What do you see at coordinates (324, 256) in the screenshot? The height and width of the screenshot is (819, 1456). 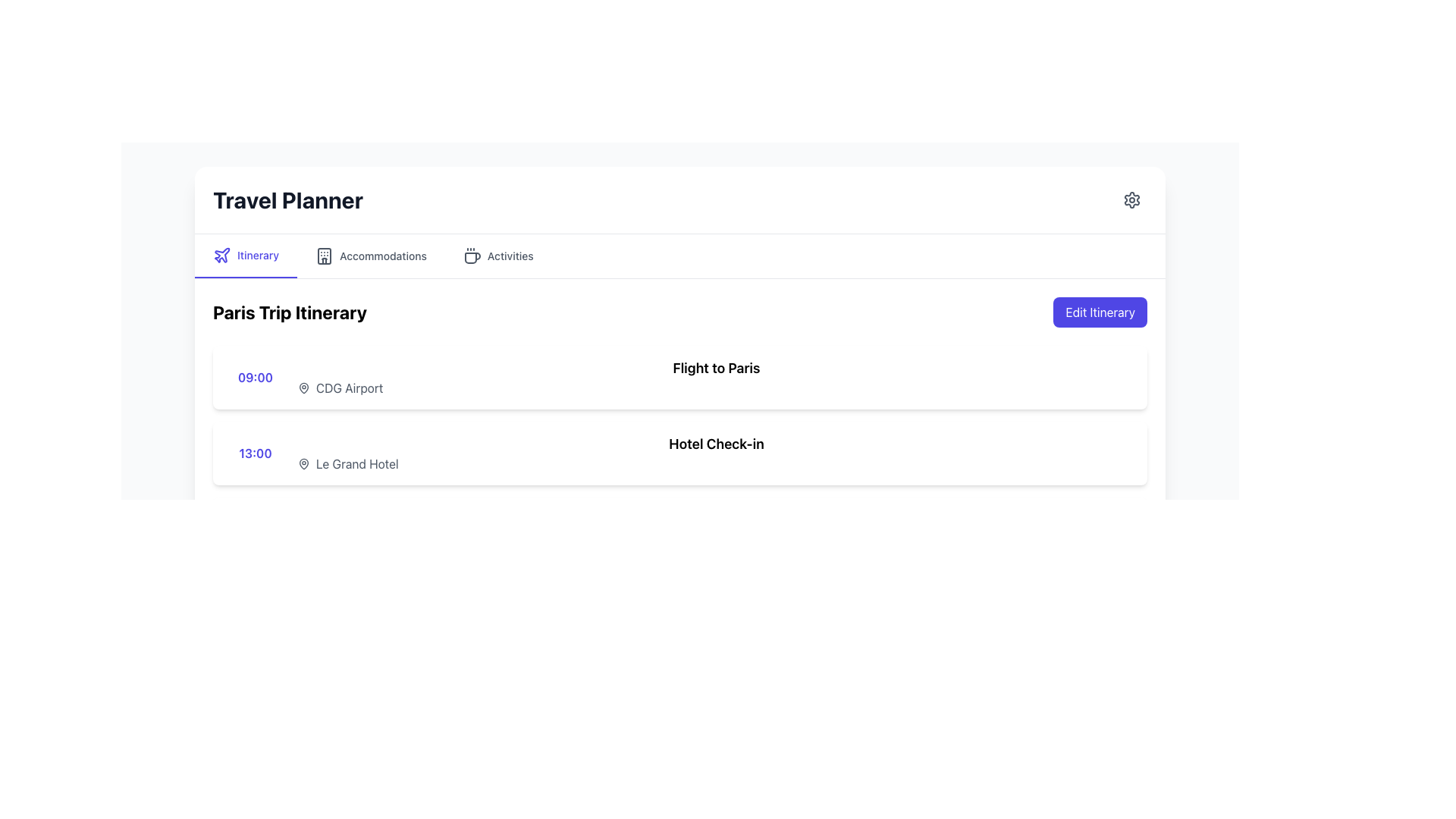 I see `the navigation button located between the 'Itinerary' and 'Accommodations' buttons` at bounding box center [324, 256].